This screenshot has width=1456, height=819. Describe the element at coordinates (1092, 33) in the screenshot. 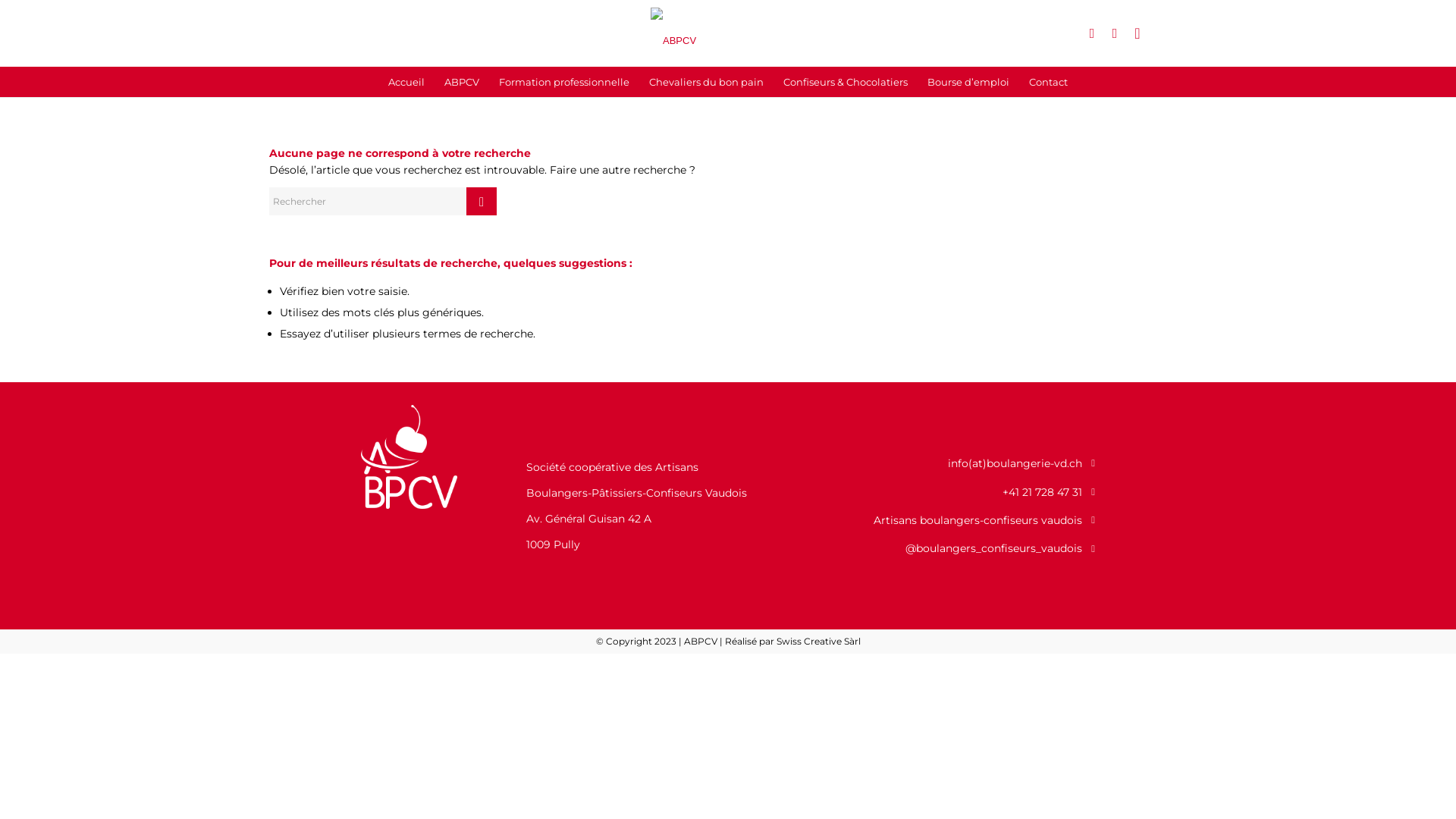

I see `'Facebook'` at that location.